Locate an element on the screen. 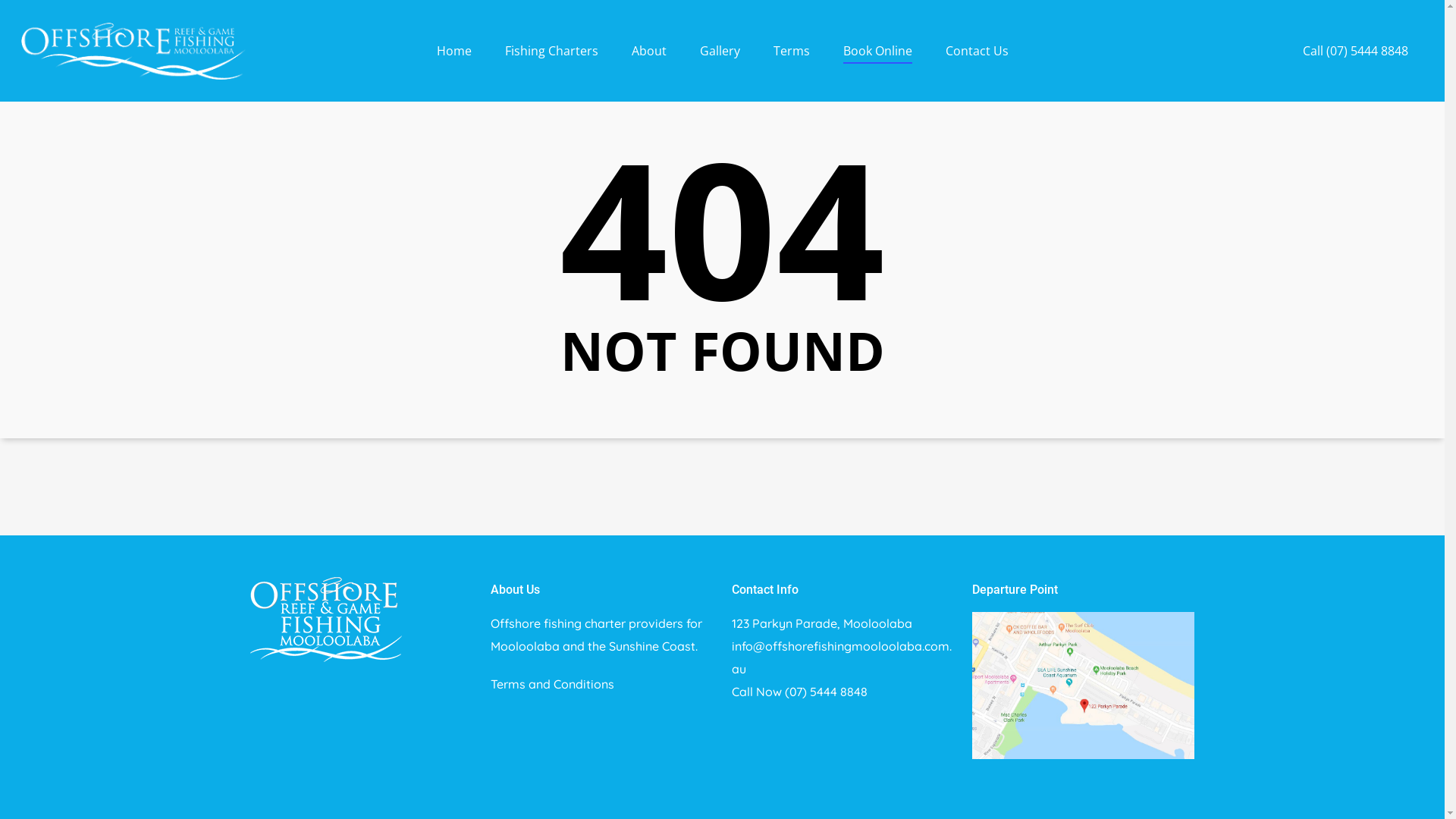 The image size is (1456, 819). 'Contact Us' is located at coordinates (976, 61).